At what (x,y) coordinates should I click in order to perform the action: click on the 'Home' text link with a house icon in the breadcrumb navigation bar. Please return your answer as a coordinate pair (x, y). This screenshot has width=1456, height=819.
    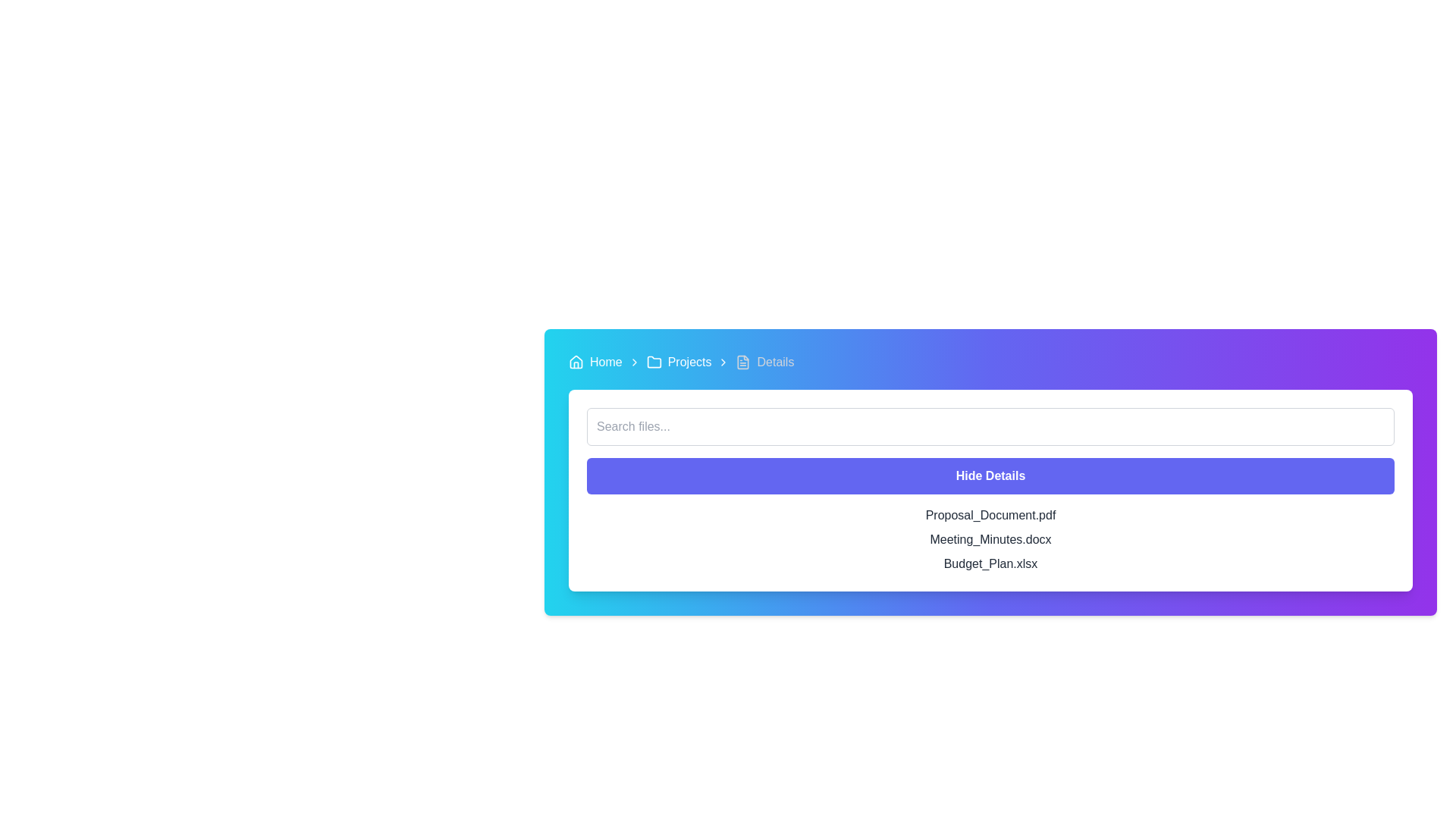
    Looking at the image, I should click on (595, 362).